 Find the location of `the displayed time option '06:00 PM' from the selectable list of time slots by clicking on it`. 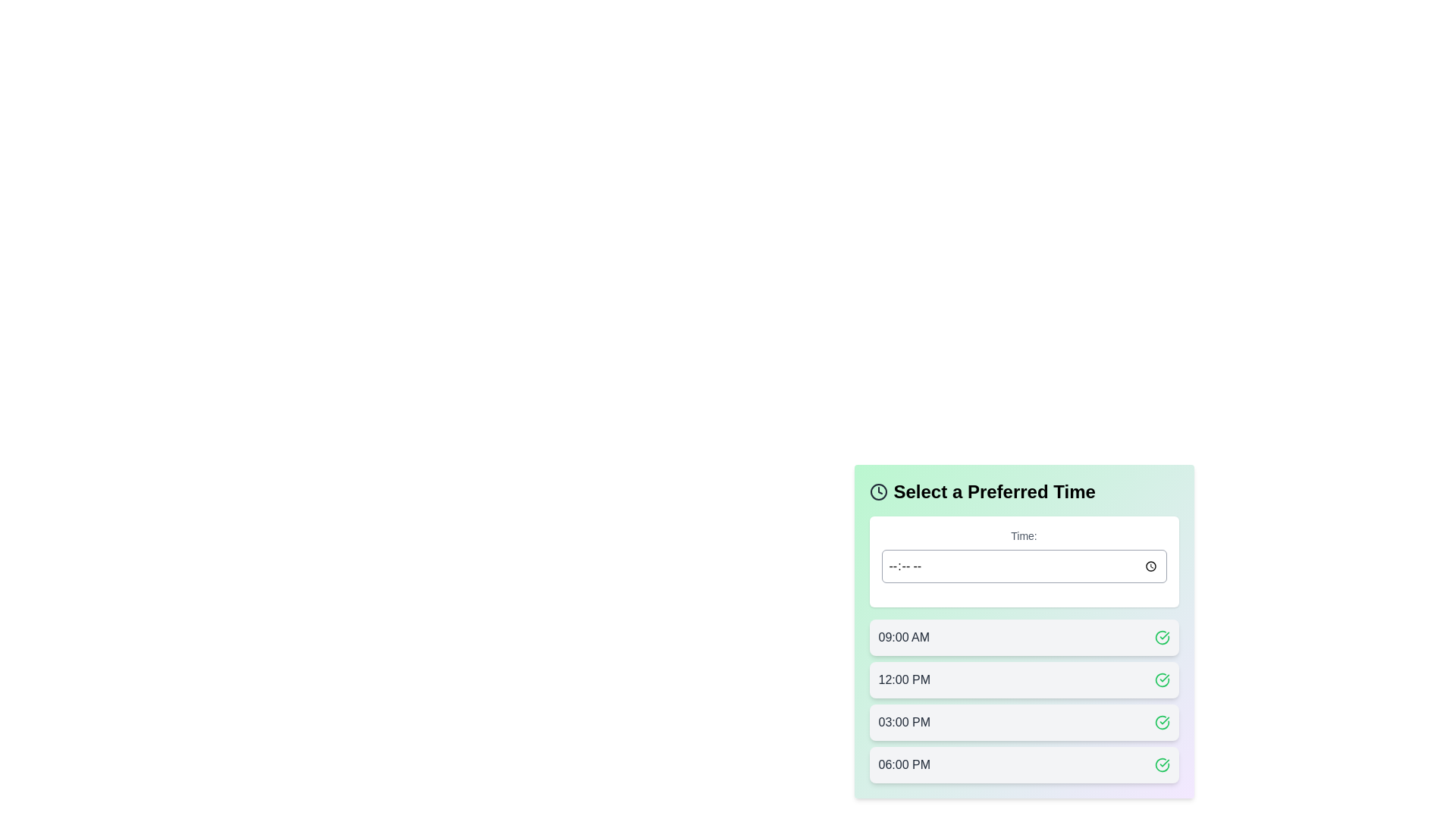

the displayed time option '06:00 PM' from the selectable list of time slots by clicking on it is located at coordinates (904, 765).